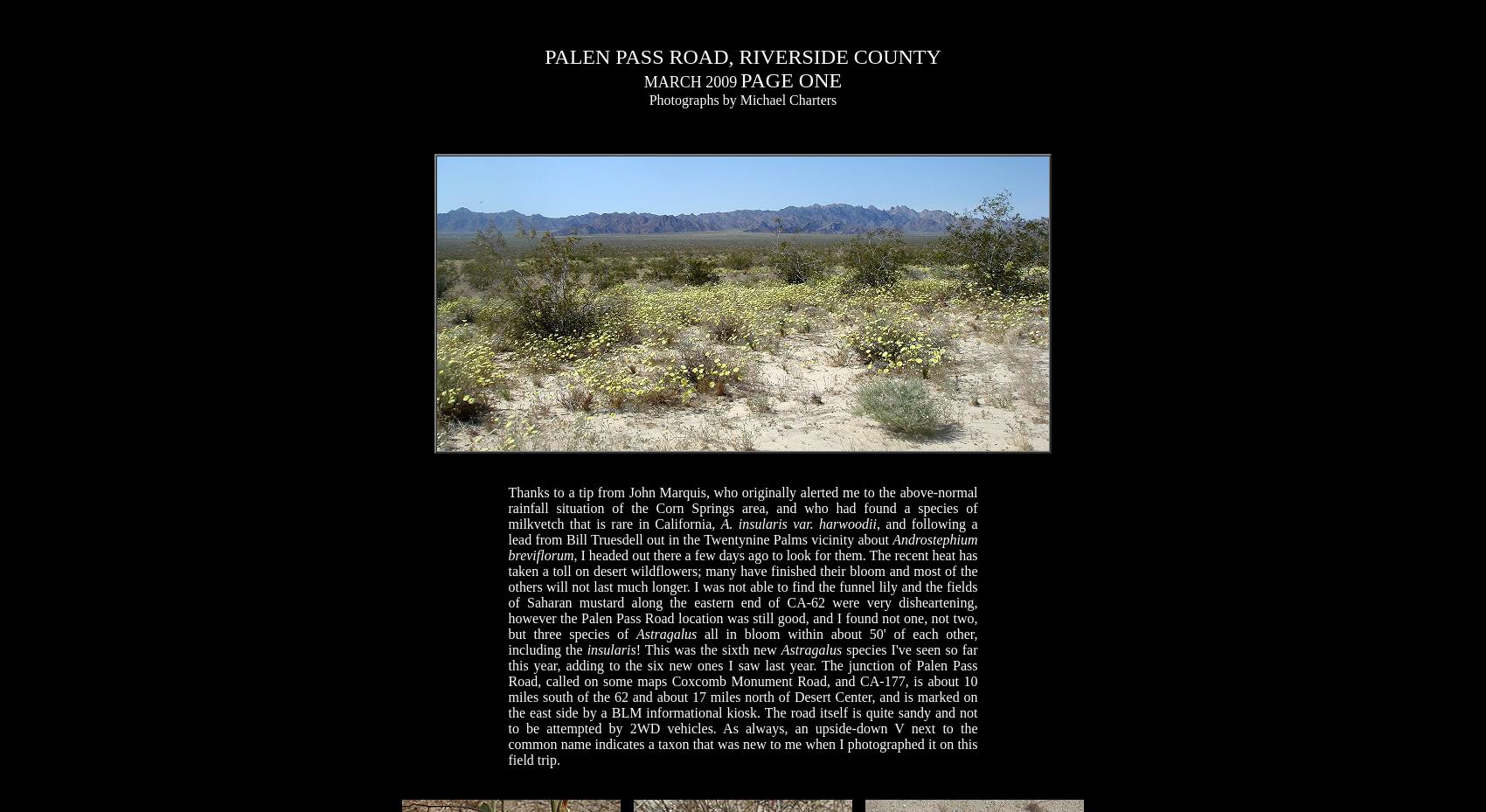 The height and width of the screenshot is (812, 1486). What do you see at coordinates (741, 100) in the screenshot?
I see `'Photographs by Michael Charters'` at bounding box center [741, 100].